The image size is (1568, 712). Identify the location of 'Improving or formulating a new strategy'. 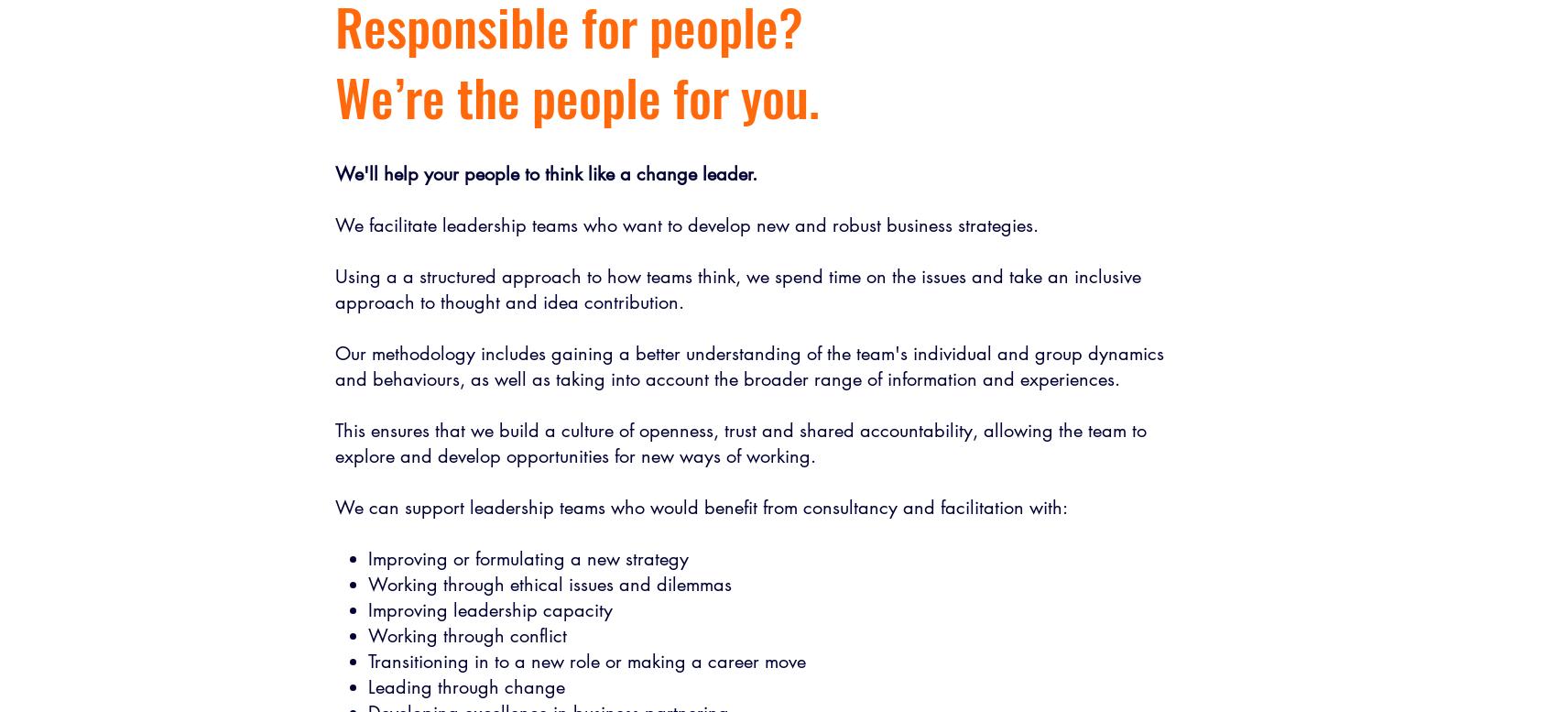
(527, 559).